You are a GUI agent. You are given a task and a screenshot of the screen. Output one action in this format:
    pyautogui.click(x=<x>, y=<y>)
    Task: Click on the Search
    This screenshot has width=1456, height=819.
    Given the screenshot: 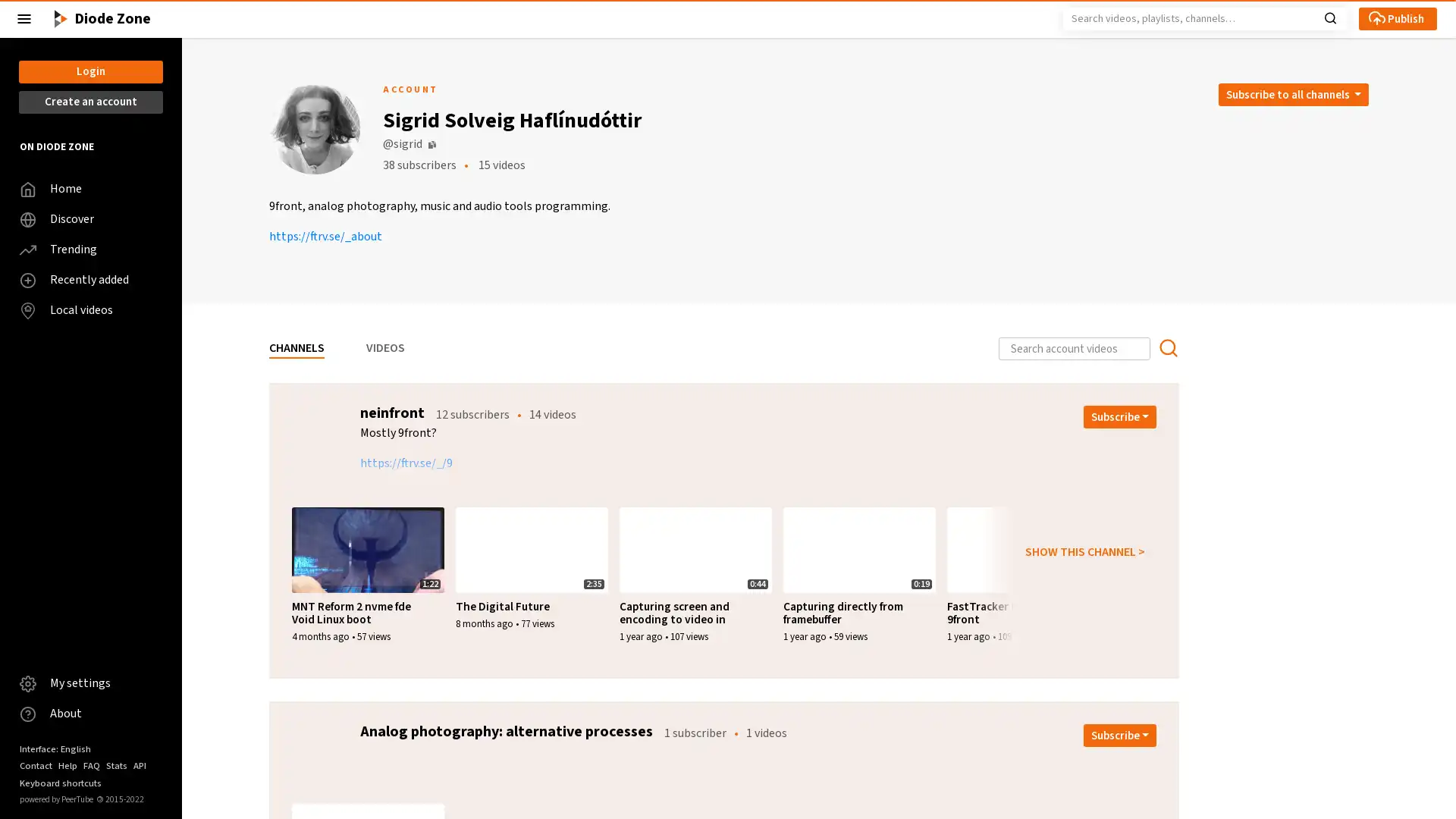 What is the action you would take?
    pyautogui.click(x=1167, y=348)
    